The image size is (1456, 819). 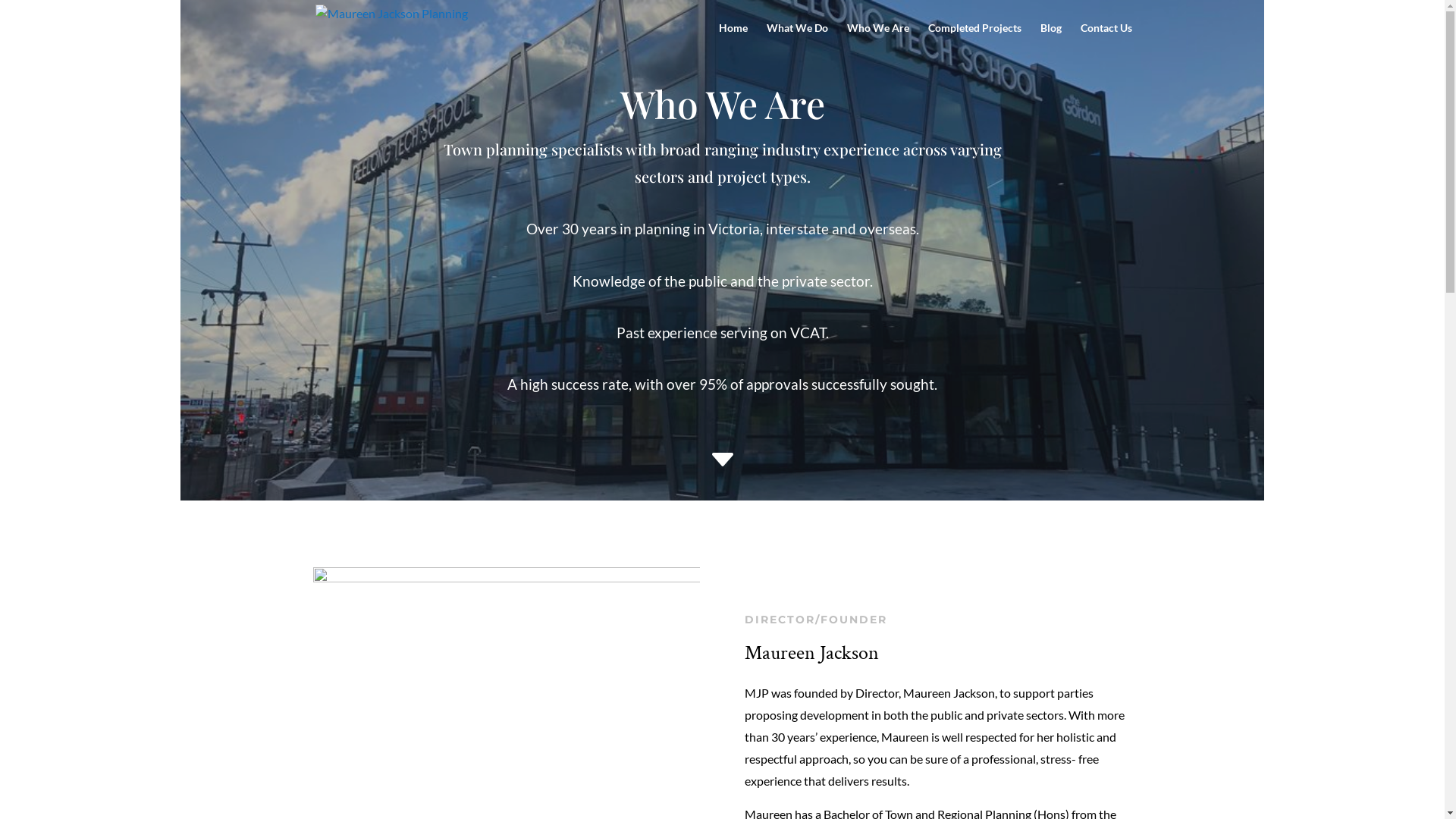 I want to click on 'Who We Are', so click(x=877, y=38).